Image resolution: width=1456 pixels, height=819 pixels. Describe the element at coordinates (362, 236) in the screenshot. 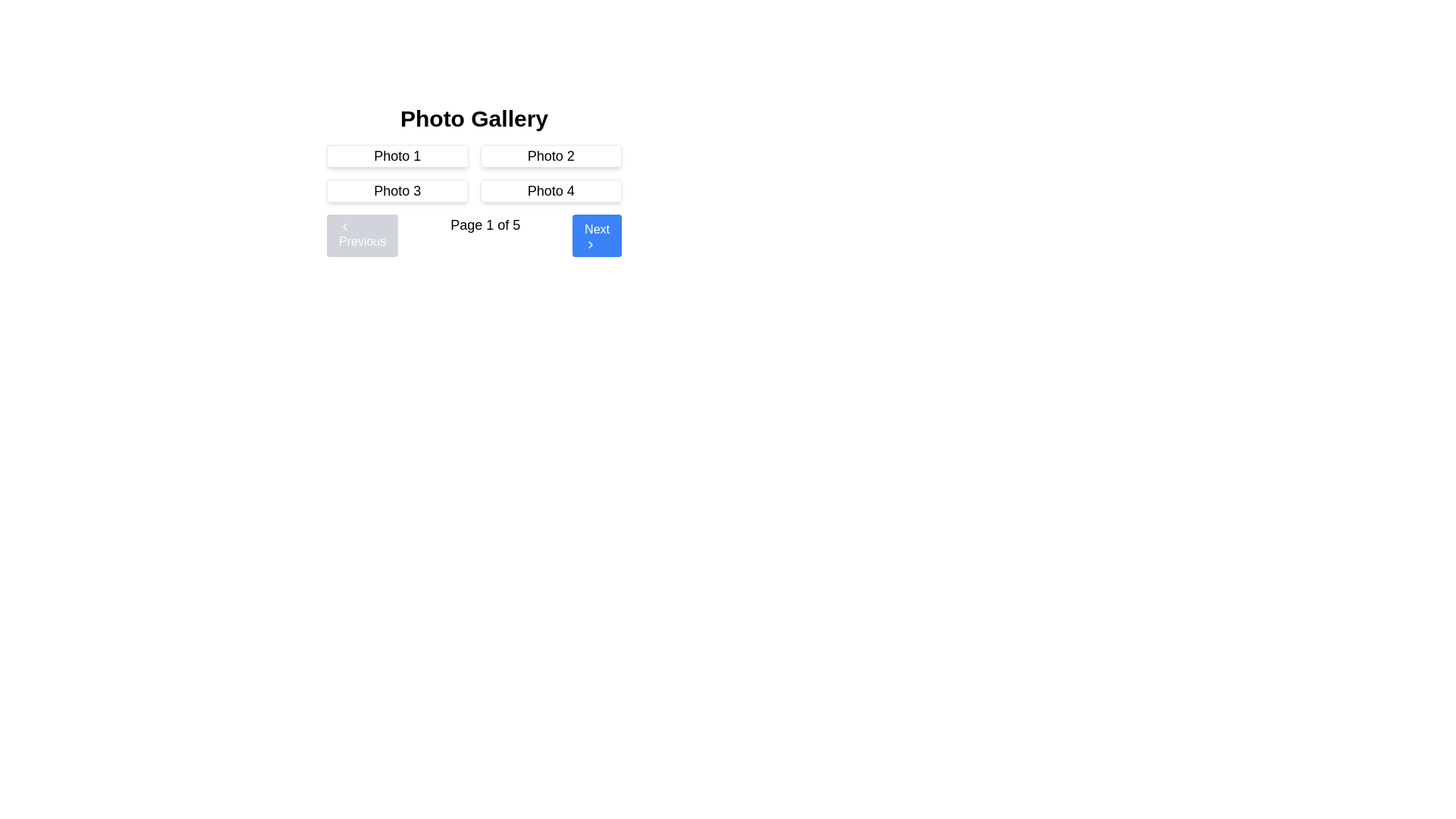

I see `the 'Previous' button located in the pagination control of the photo gallery` at that location.